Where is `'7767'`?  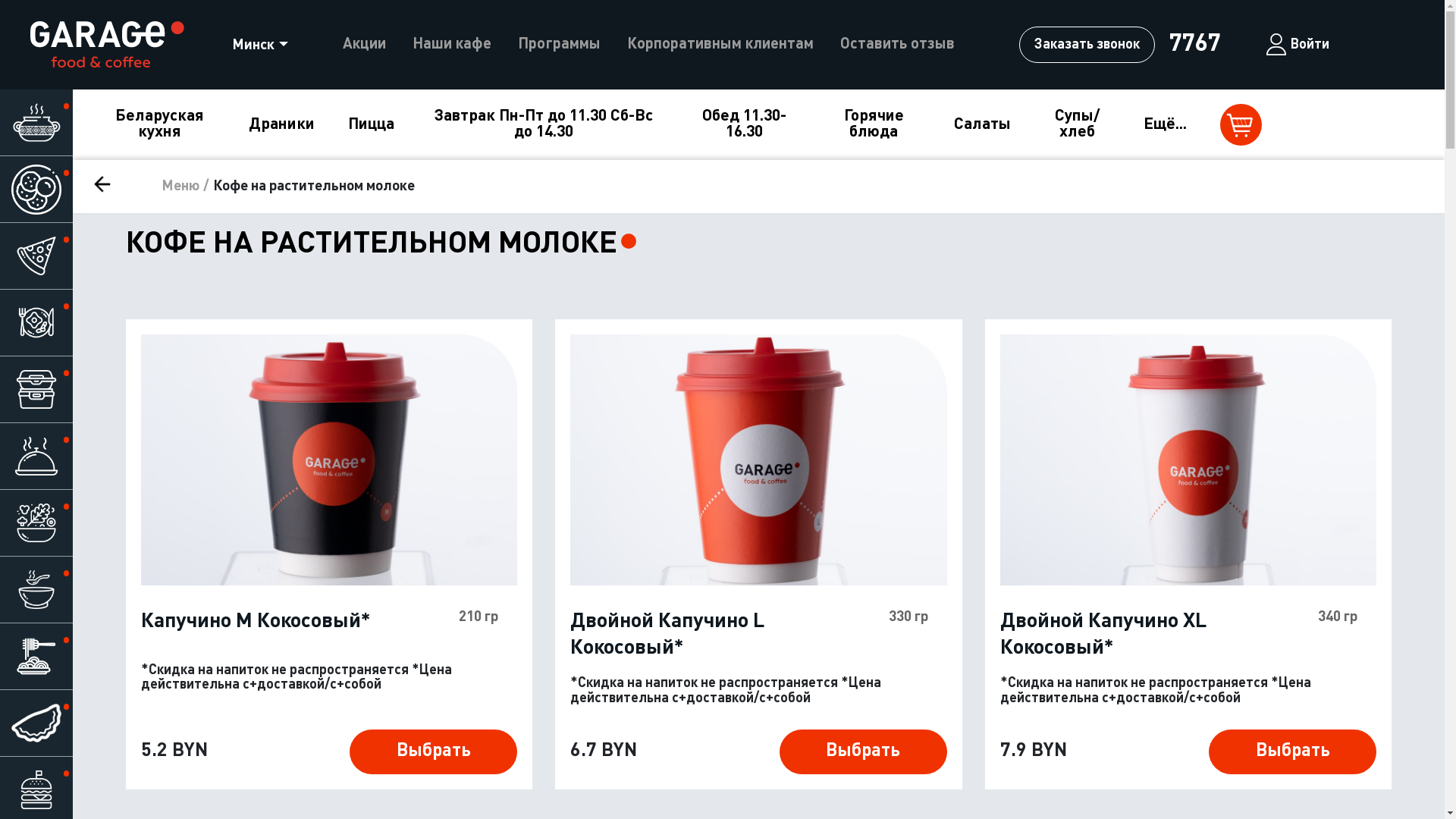 '7767' is located at coordinates (1193, 43).